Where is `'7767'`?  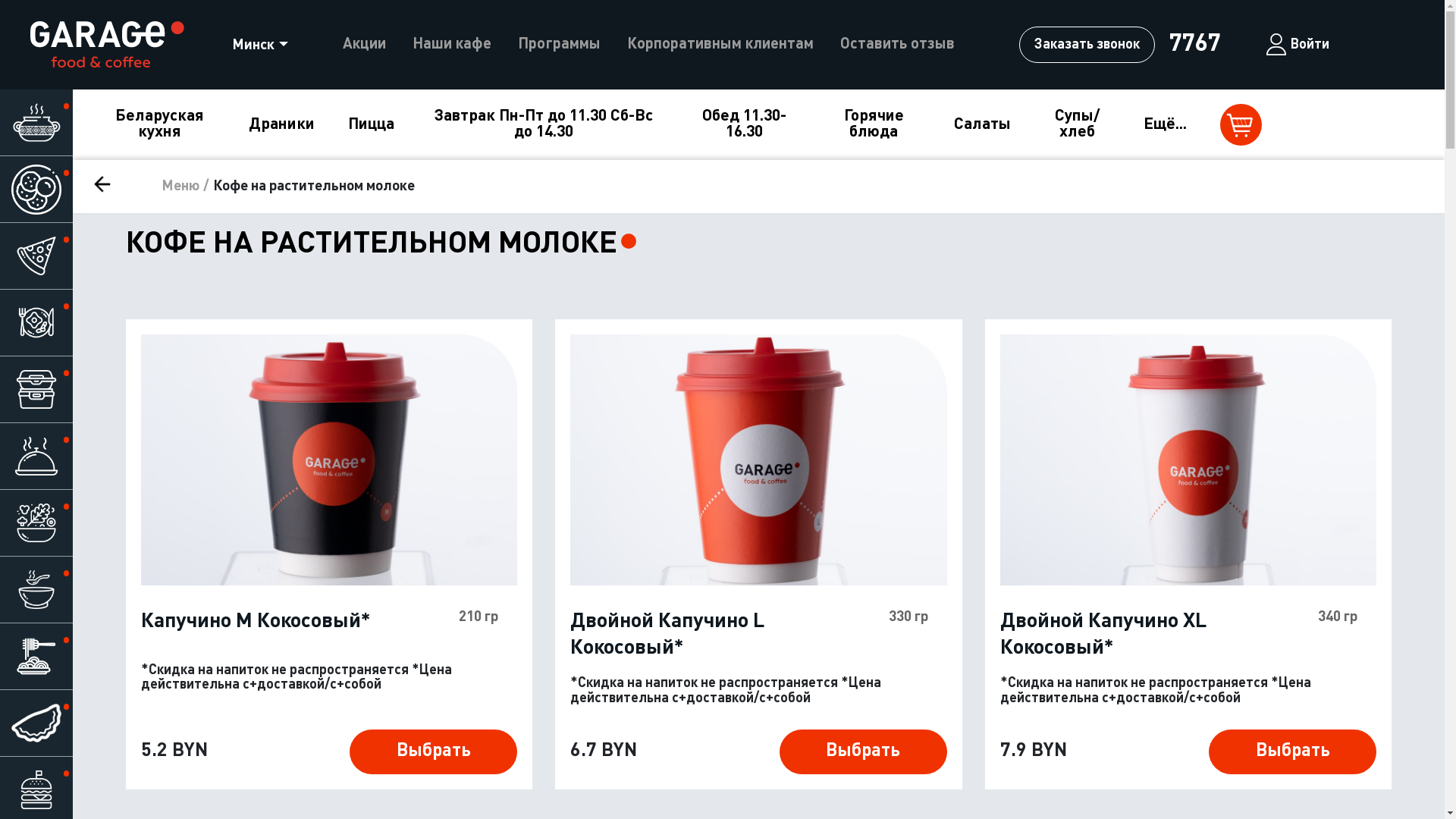 '7767' is located at coordinates (1193, 43).